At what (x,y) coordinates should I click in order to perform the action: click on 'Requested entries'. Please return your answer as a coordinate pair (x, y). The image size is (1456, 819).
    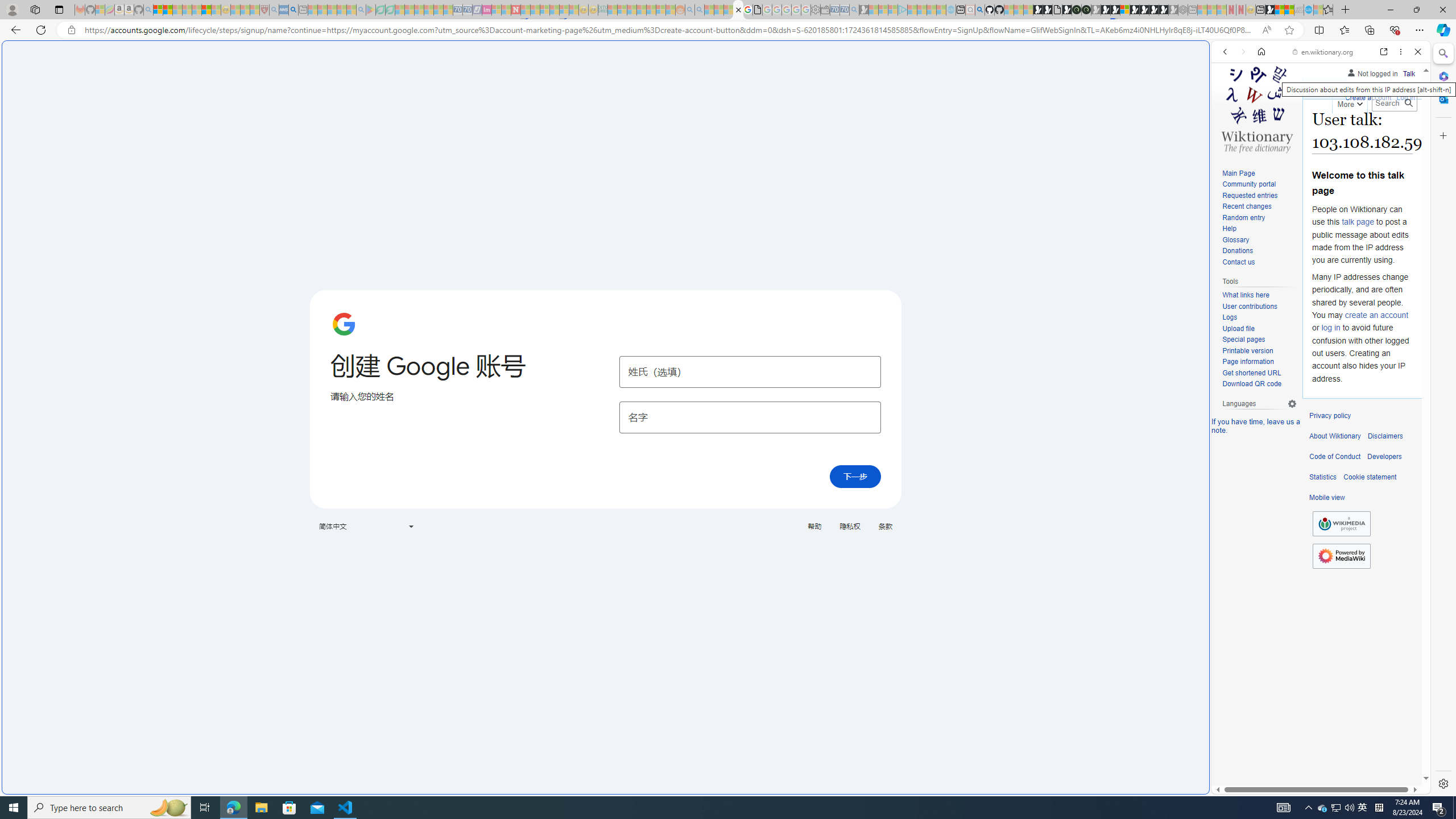
    Looking at the image, I should click on (1250, 195).